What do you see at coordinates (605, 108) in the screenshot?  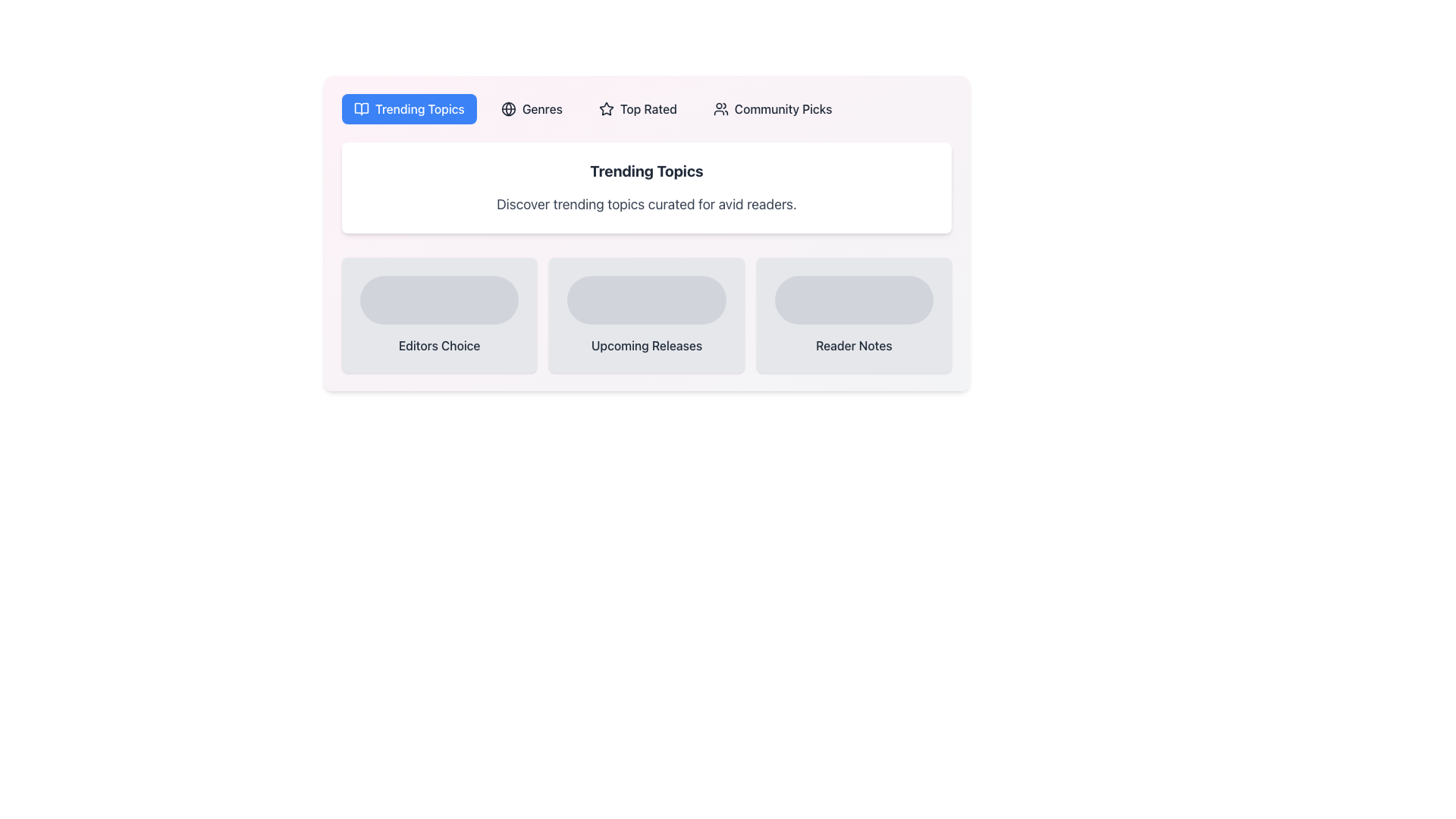 I see `the star-shaped icon with a hollow center, located within the 'Top Rated' button, on the left side of the text label` at bounding box center [605, 108].